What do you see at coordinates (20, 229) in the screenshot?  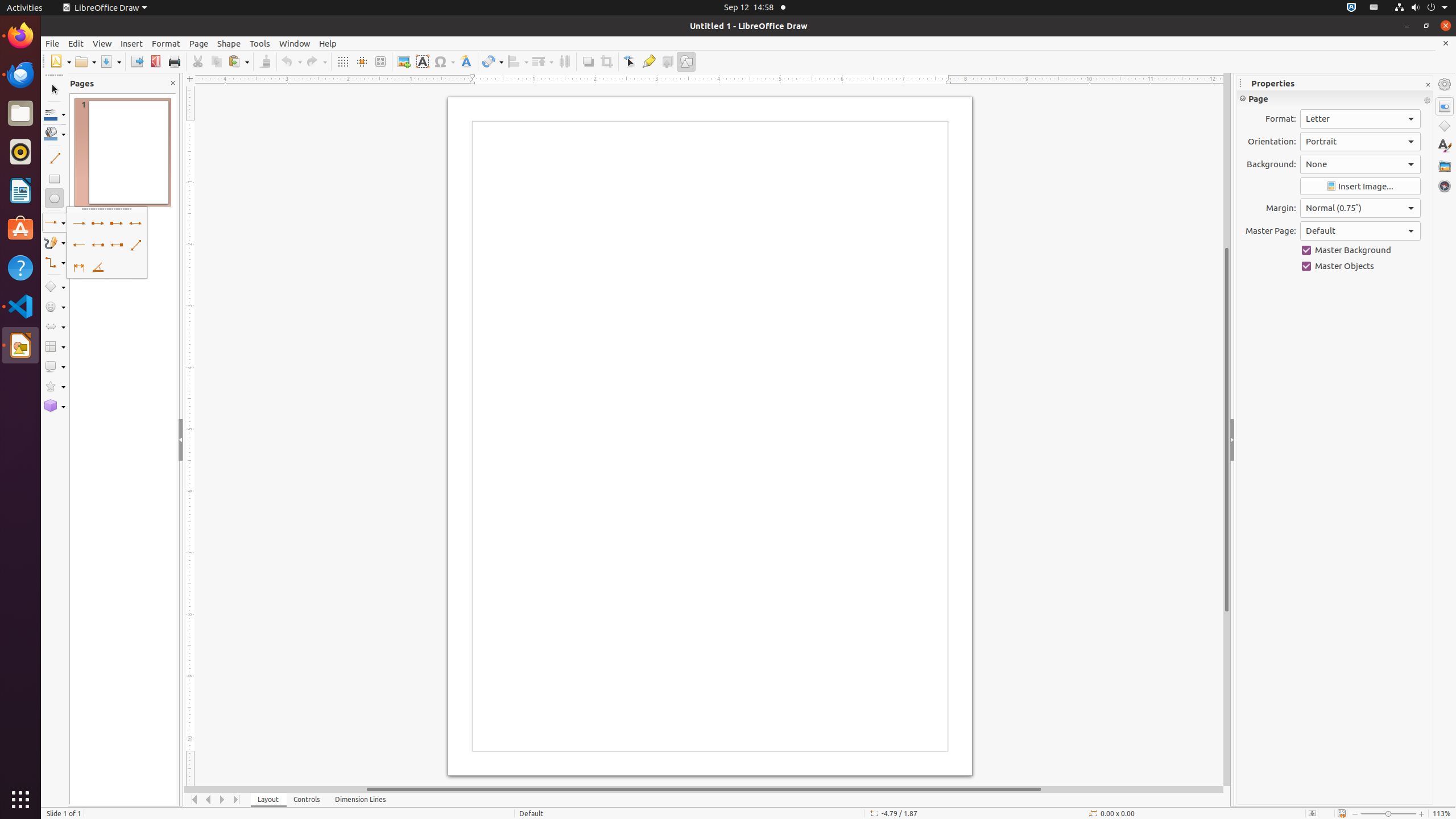 I see `'Ubuntu Software'` at bounding box center [20, 229].